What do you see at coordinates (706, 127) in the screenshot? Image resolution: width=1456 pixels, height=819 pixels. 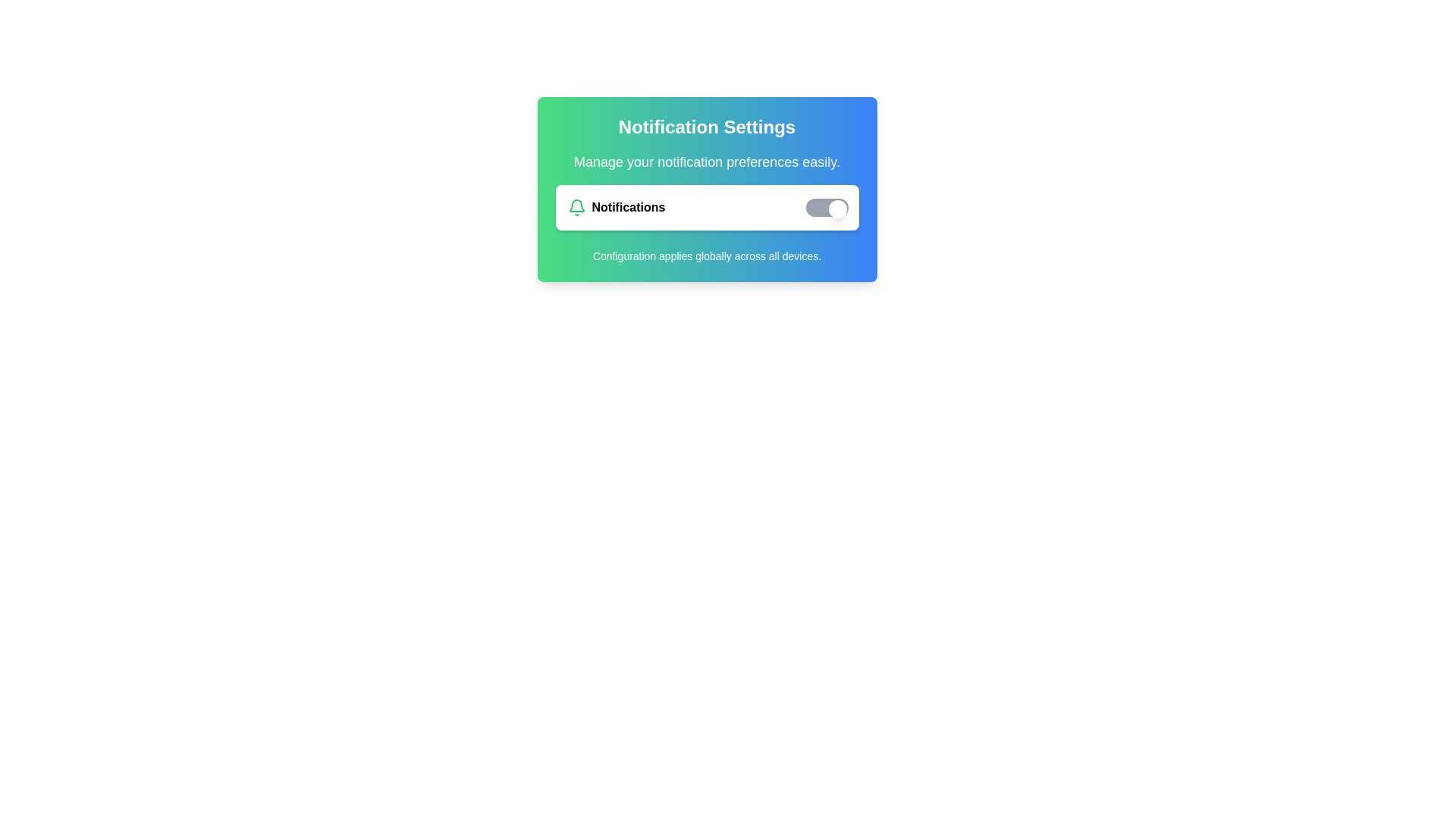 I see `the prominently displayed text label reading 'Notification Settings', which is styled with a bold font and positioned at the top of a card-like structure` at bounding box center [706, 127].